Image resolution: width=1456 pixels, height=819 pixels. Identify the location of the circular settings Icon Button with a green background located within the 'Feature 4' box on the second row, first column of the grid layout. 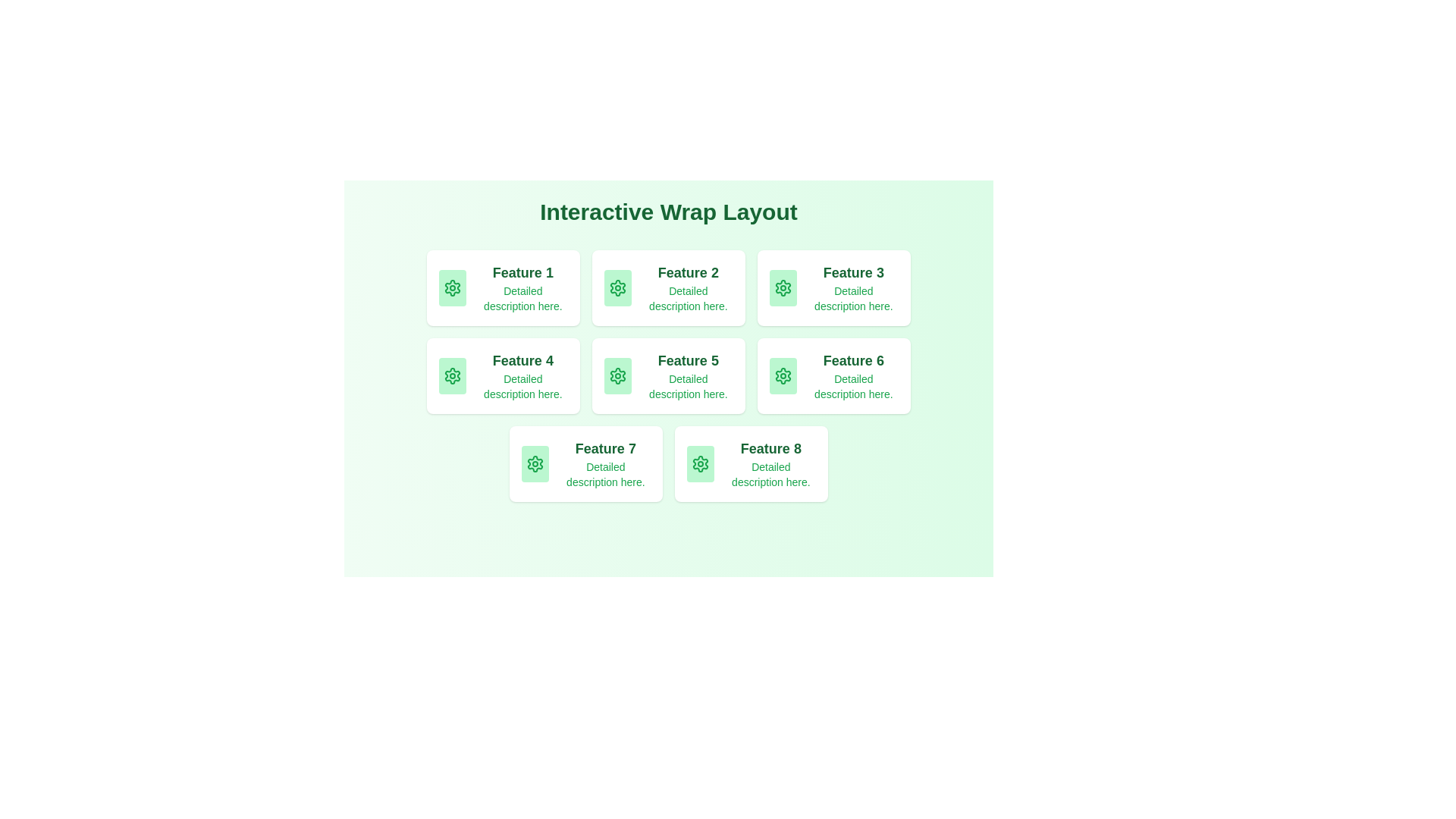
(451, 375).